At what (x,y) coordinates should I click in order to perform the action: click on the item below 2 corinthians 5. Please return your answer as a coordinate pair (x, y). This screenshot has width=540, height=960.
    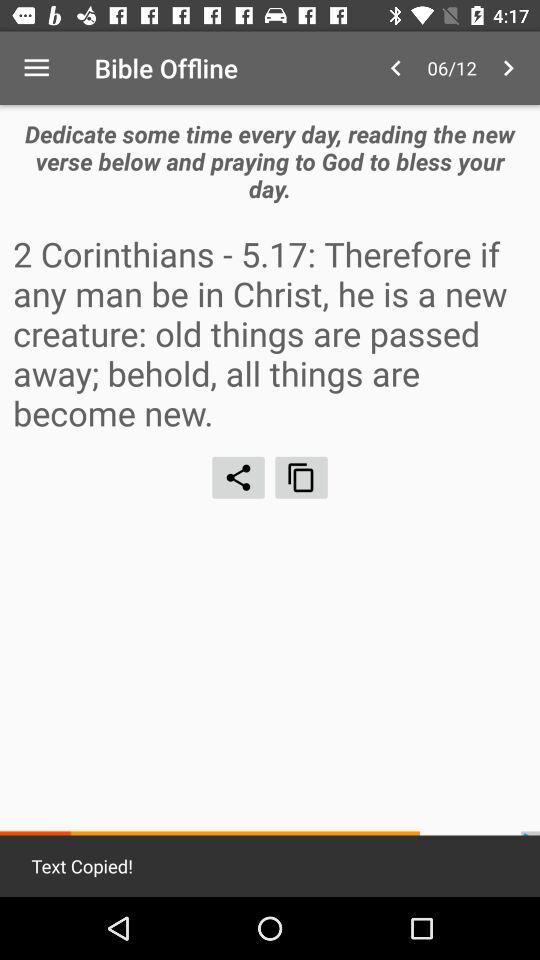
    Looking at the image, I should click on (238, 477).